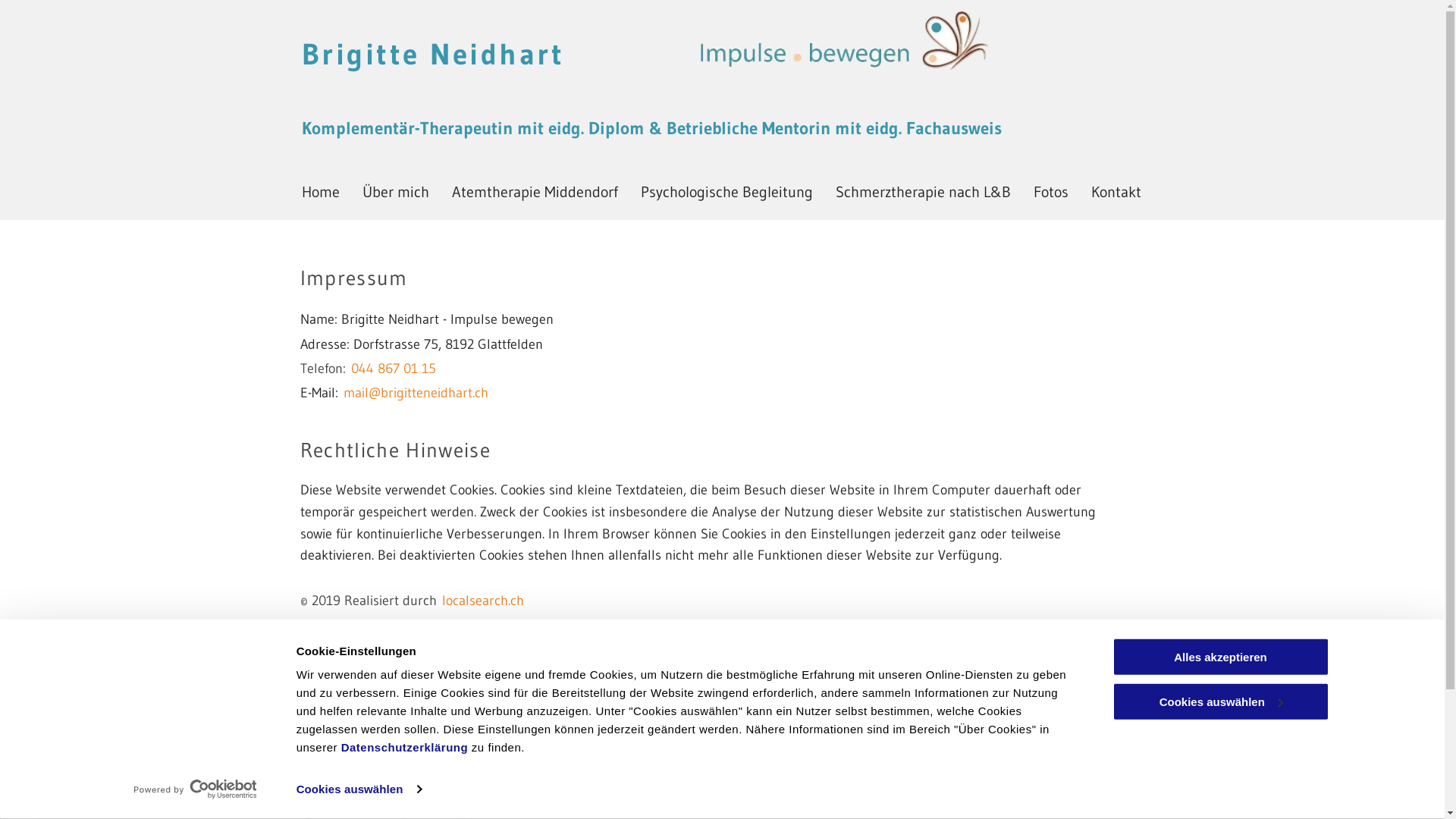 The width and height of the screenshot is (1456, 819). Describe the element at coordinates (1050, 191) in the screenshot. I see `'Fotos'` at that location.